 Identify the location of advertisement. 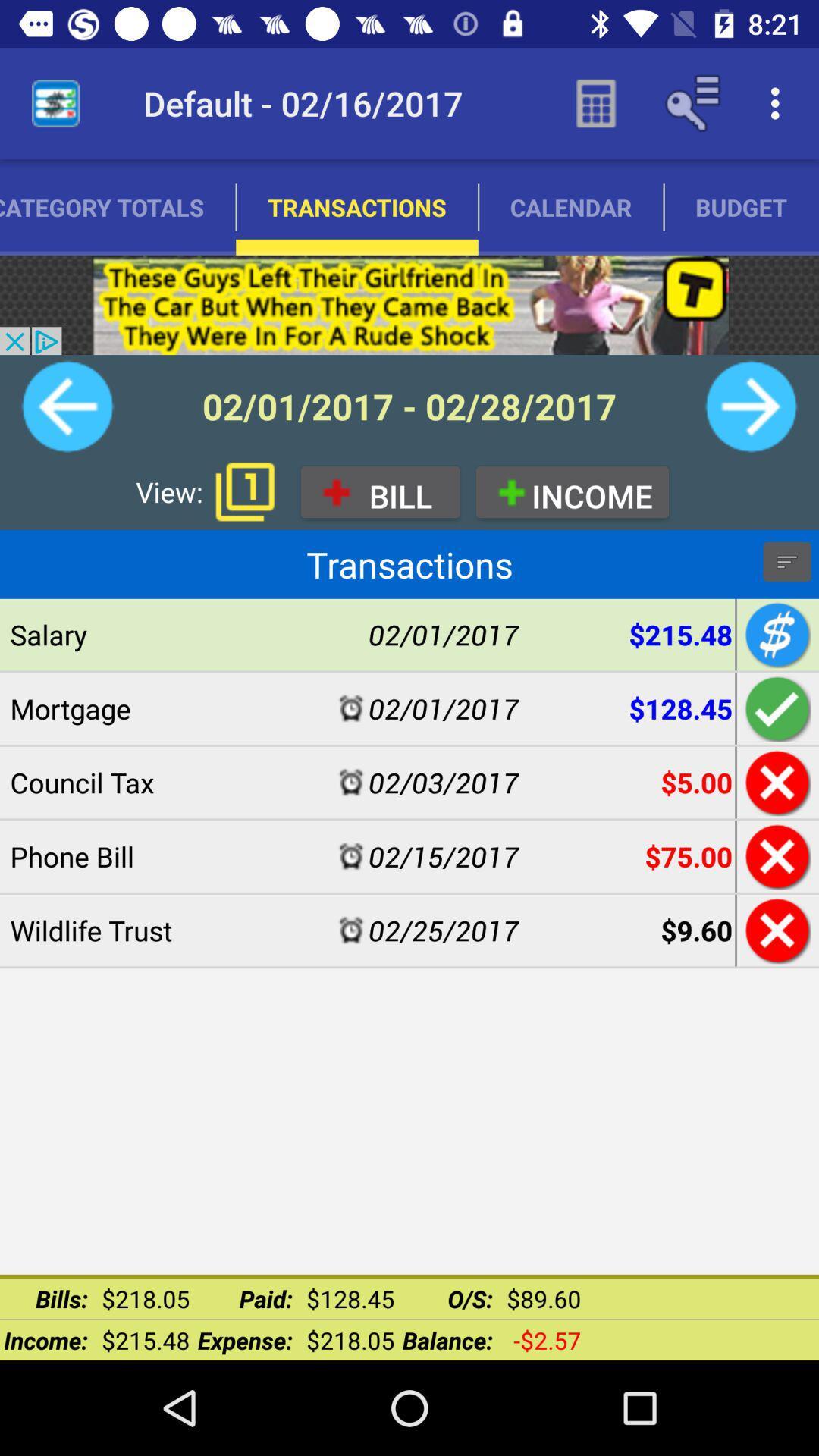
(409, 304).